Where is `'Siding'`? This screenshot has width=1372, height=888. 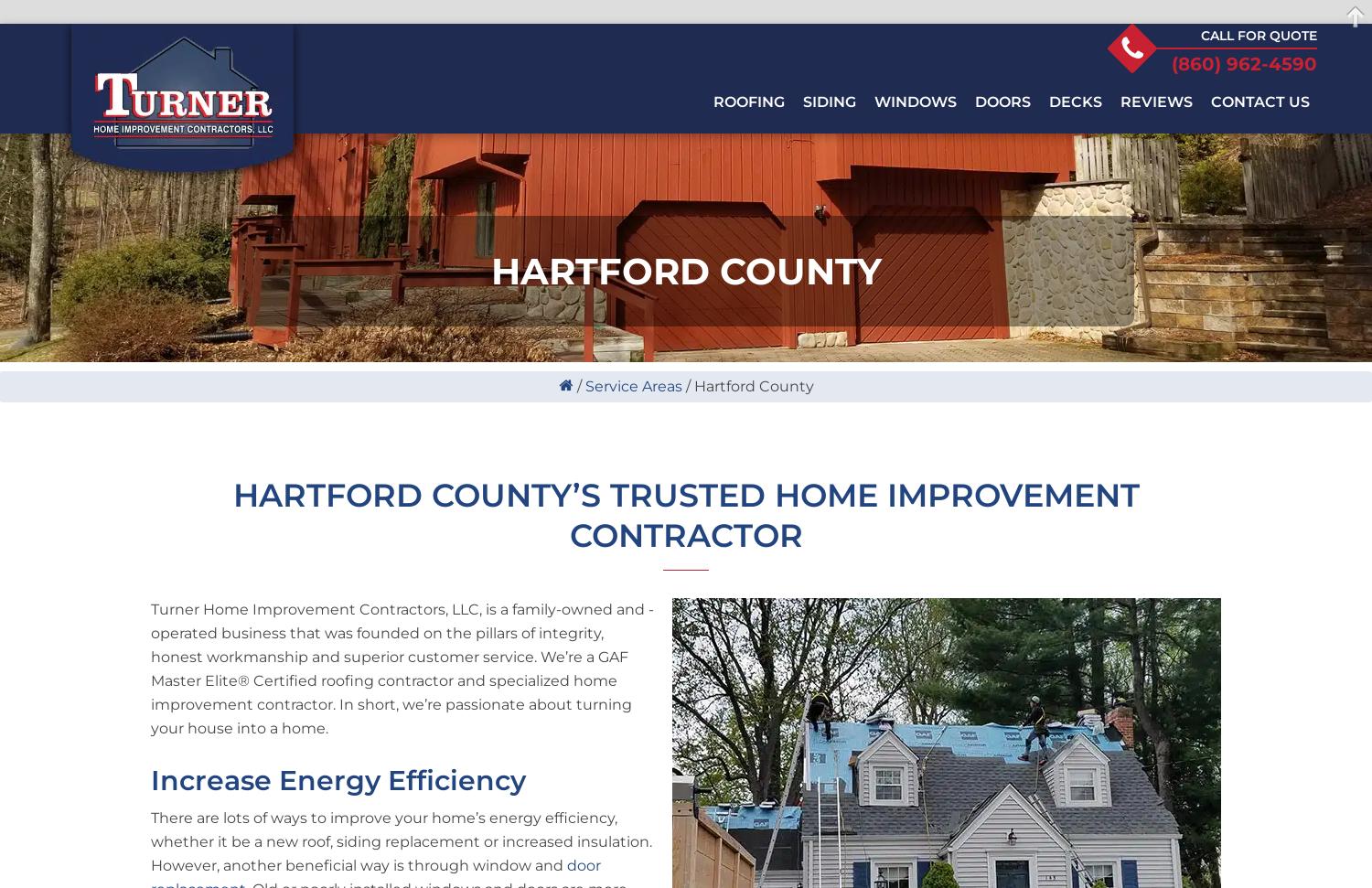 'Siding' is located at coordinates (830, 101).